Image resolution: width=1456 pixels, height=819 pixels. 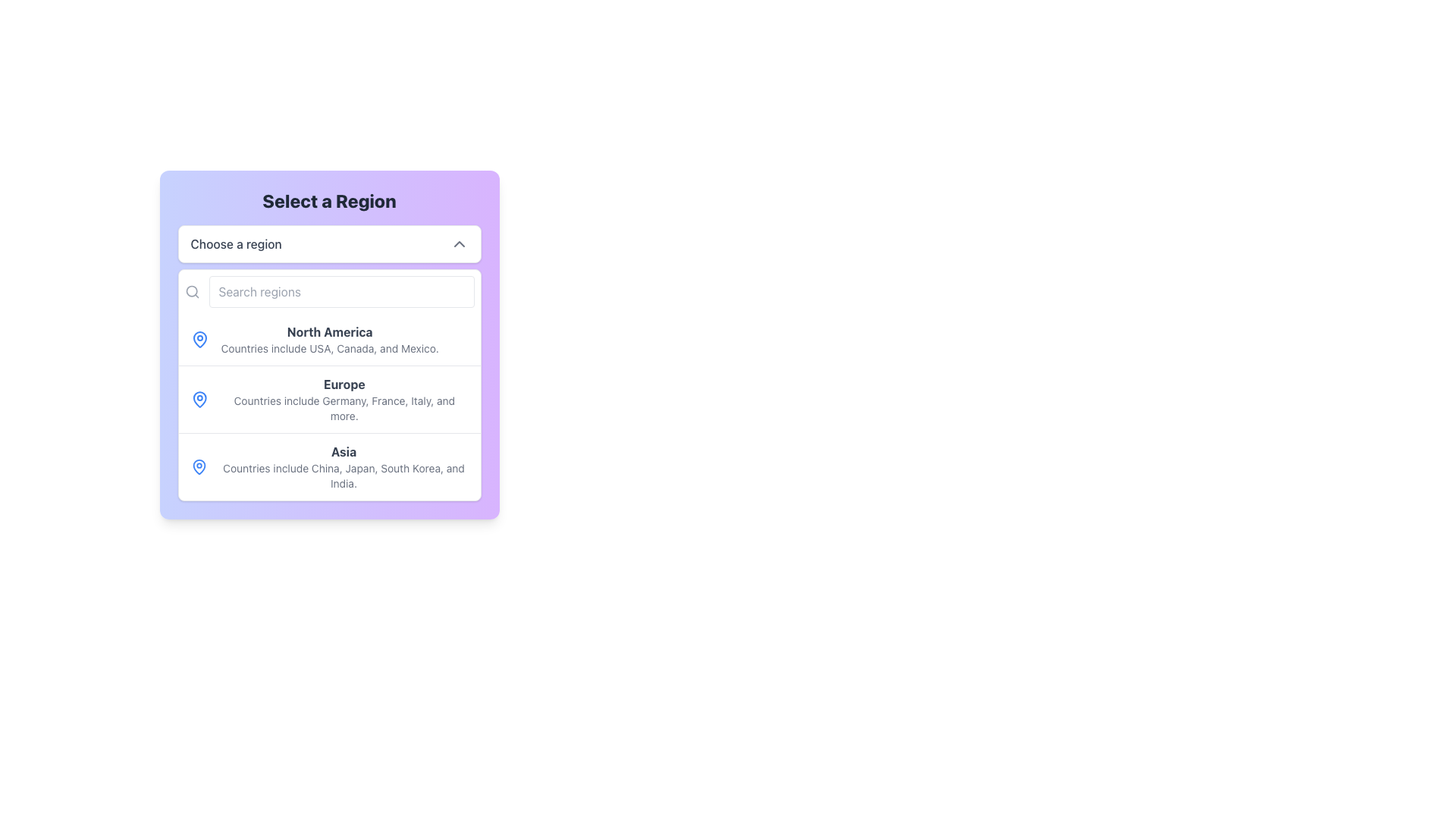 I want to click on the List item labeled 'Europe', which has a bold dark gray title and a description about countries, so click(x=328, y=399).